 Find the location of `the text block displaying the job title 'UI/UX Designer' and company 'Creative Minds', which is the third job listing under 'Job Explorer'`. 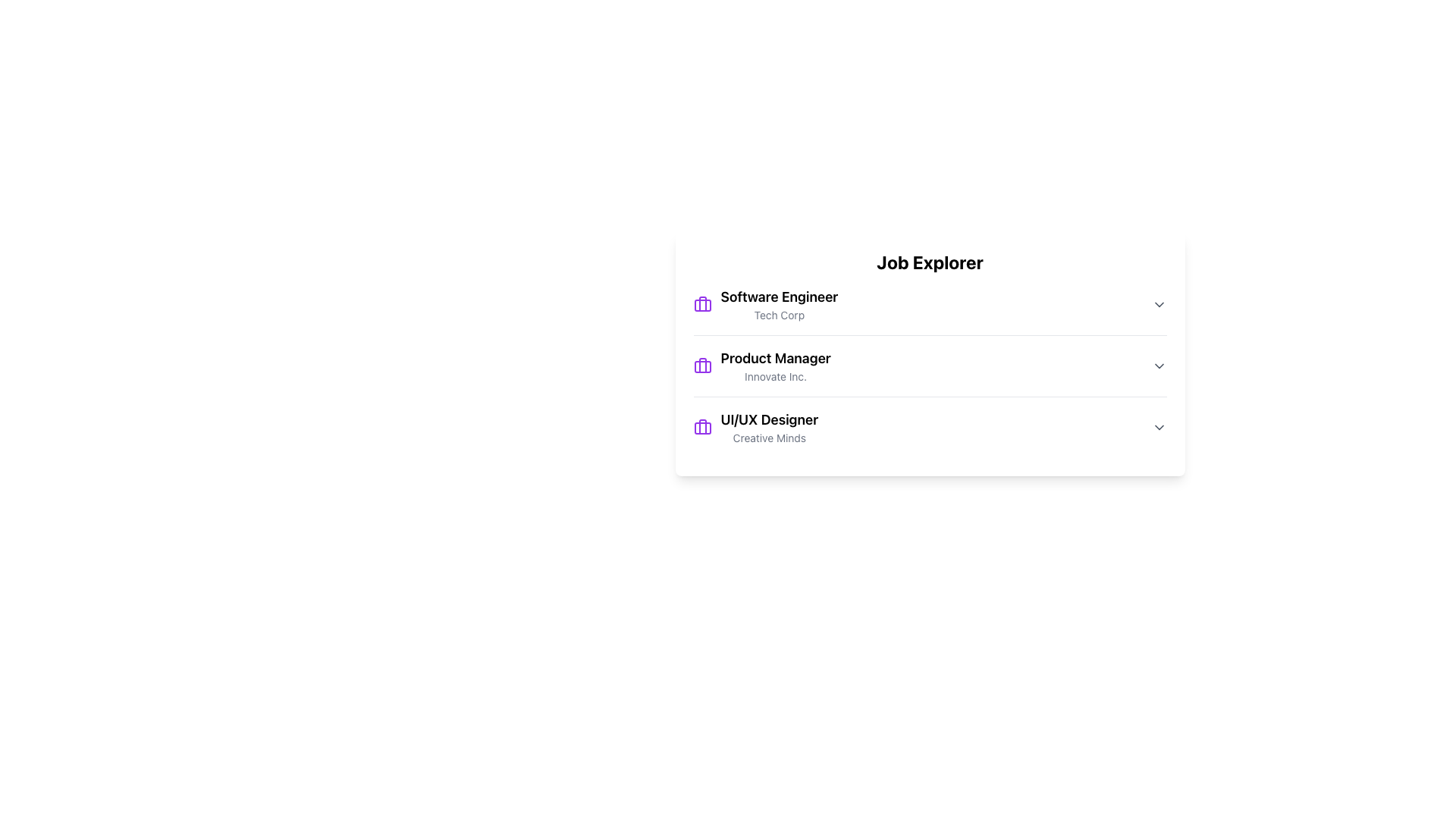

the text block displaying the job title 'UI/UX Designer' and company 'Creative Minds', which is the third job listing under 'Job Explorer' is located at coordinates (769, 427).